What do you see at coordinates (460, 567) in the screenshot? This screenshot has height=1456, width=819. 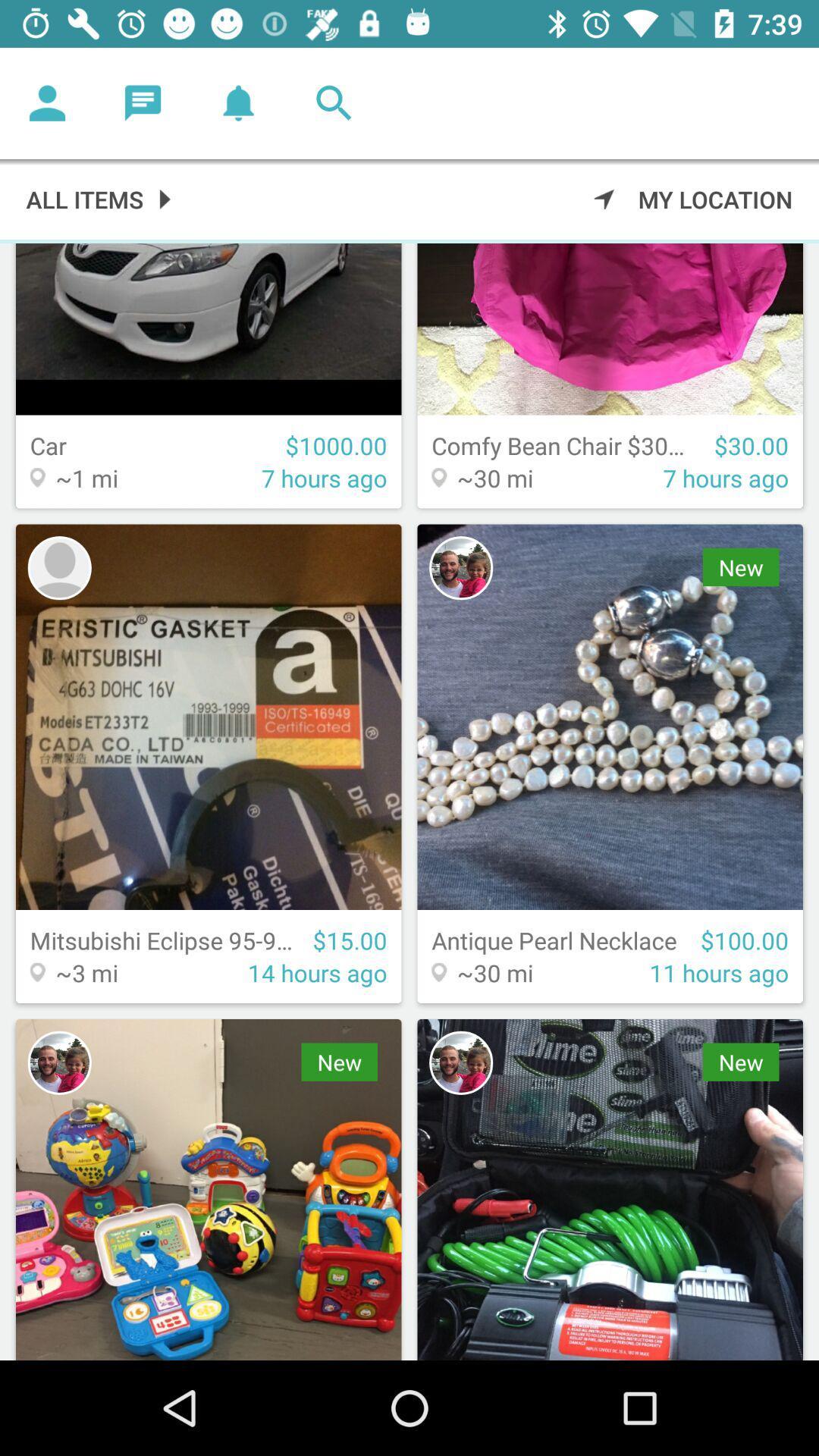 I see `user profile` at bounding box center [460, 567].